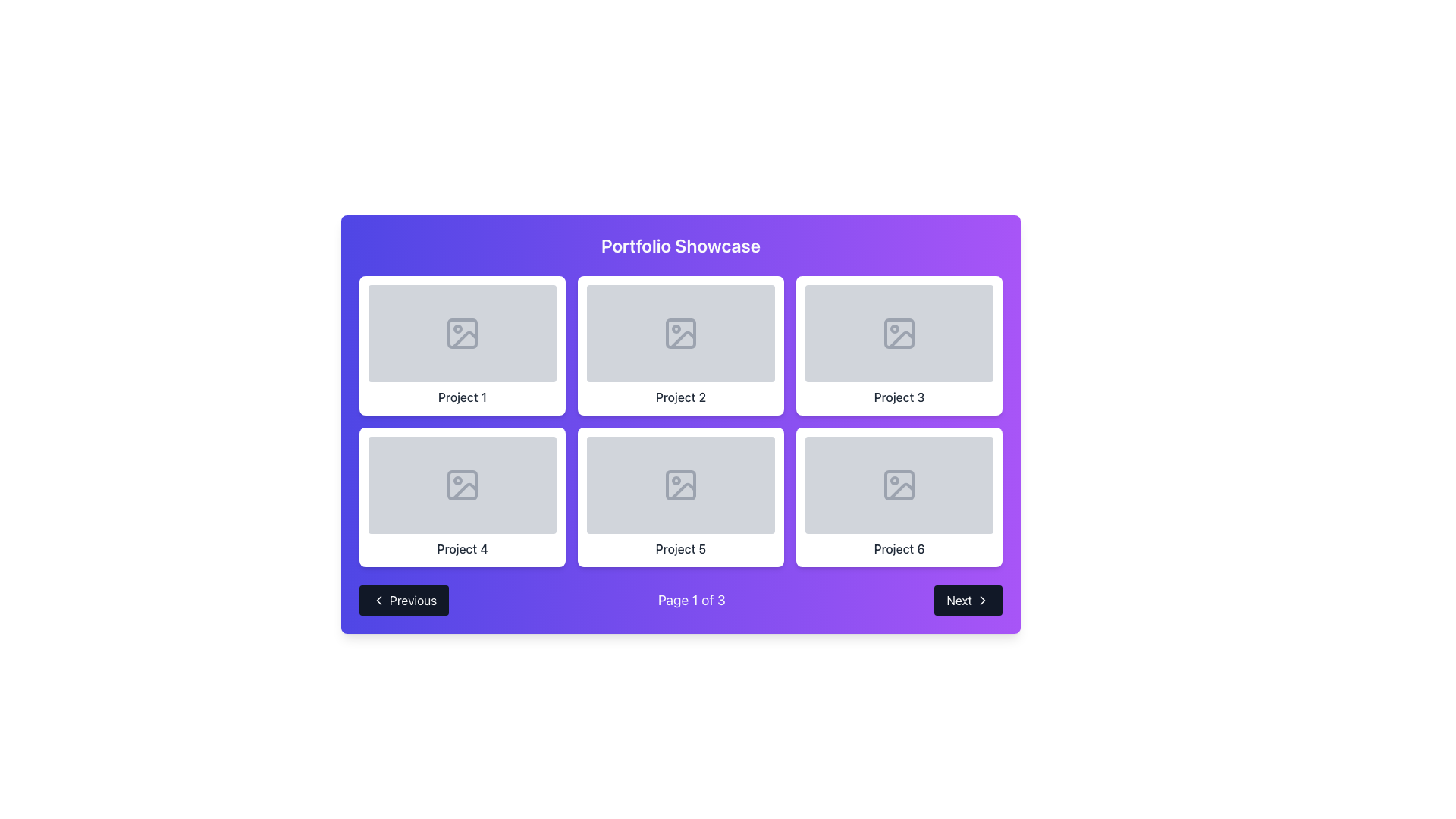 Image resolution: width=1456 pixels, height=819 pixels. Describe the element at coordinates (461, 485) in the screenshot. I see `the decorative visual element that is part of the image icon in the fourth project card, located in the second row, first column of the project grid` at that location.